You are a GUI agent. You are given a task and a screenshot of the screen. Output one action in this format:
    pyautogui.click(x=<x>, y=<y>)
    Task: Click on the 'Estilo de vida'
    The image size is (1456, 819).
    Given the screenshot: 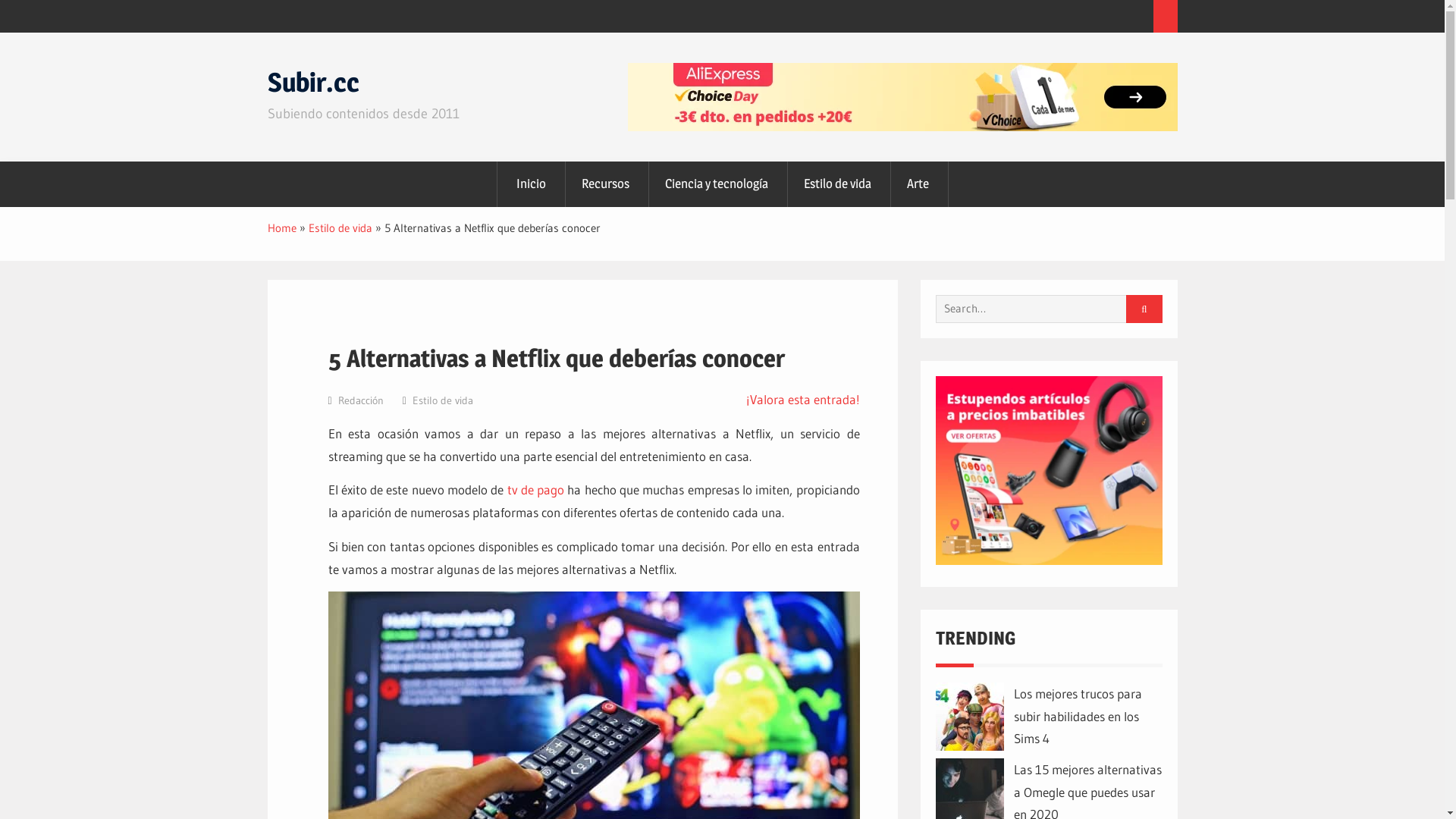 What is the action you would take?
    pyautogui.click(x=442, y=400)
    